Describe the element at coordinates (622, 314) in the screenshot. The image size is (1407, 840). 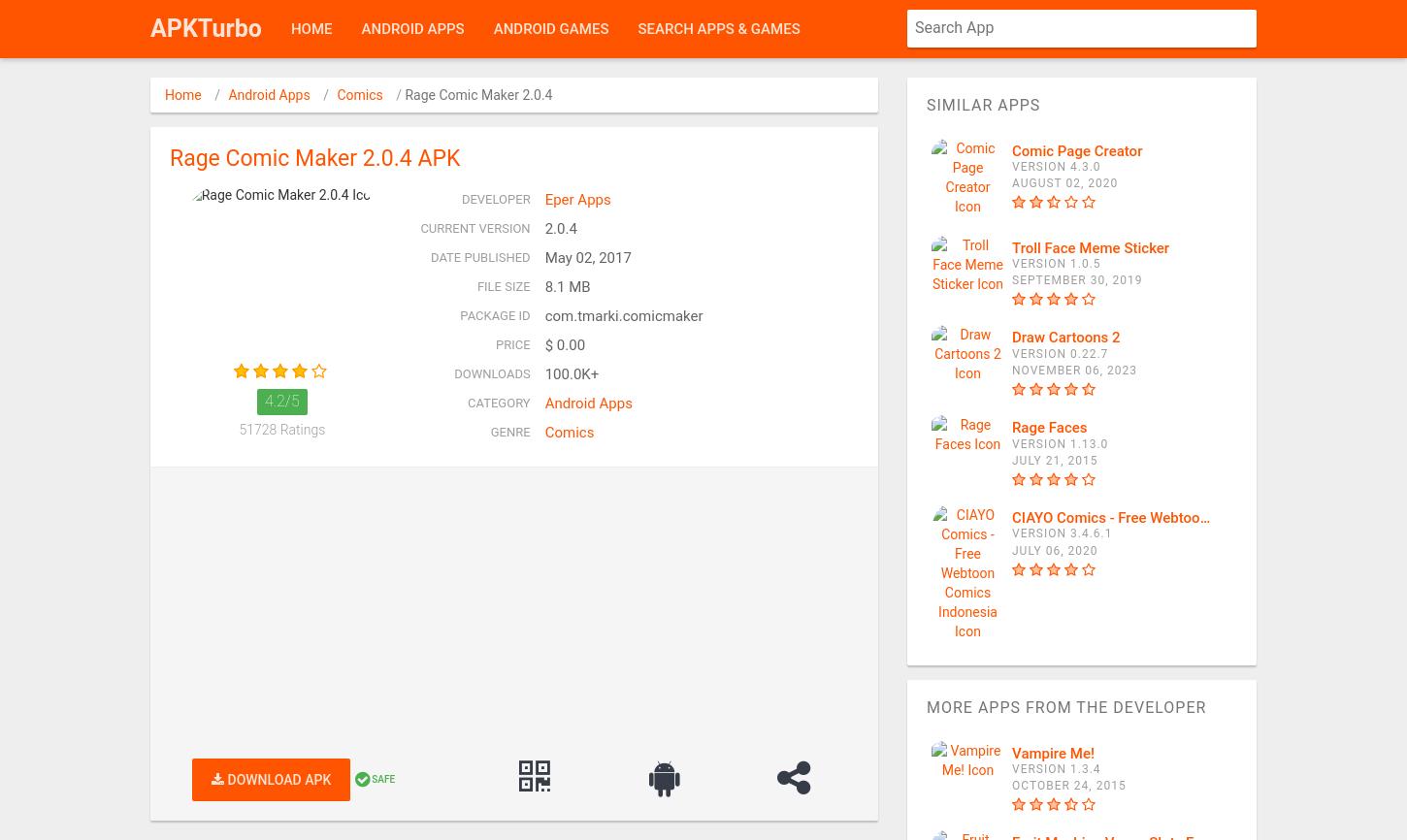
I see `'com.tmarki.comicmaker'` at that location.